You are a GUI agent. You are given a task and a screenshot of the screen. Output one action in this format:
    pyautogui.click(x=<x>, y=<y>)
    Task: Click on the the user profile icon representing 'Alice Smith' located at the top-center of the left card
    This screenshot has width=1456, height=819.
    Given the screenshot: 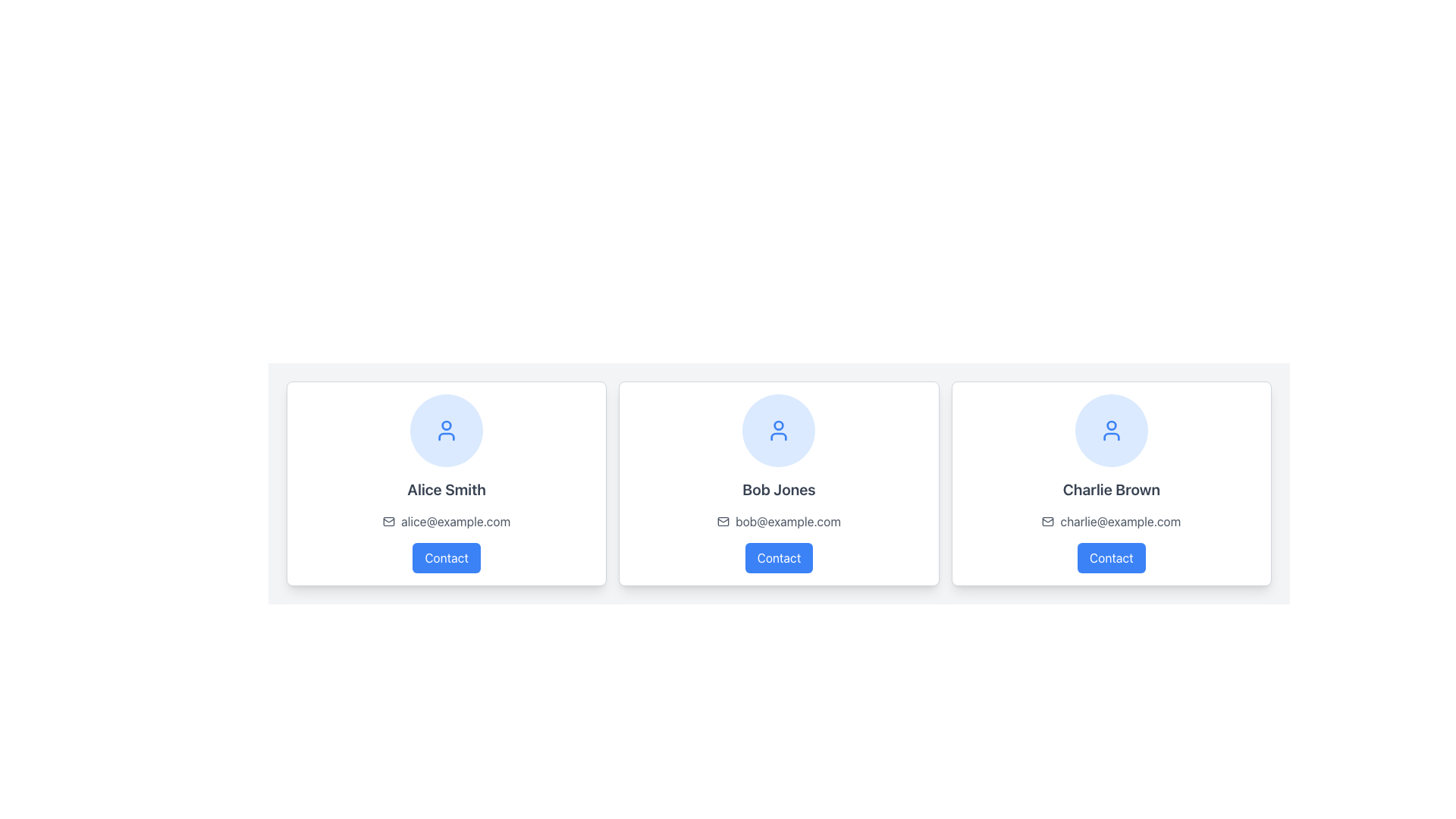 What is the action you would take?
    pyautogui.click(x=446, y=430)
    